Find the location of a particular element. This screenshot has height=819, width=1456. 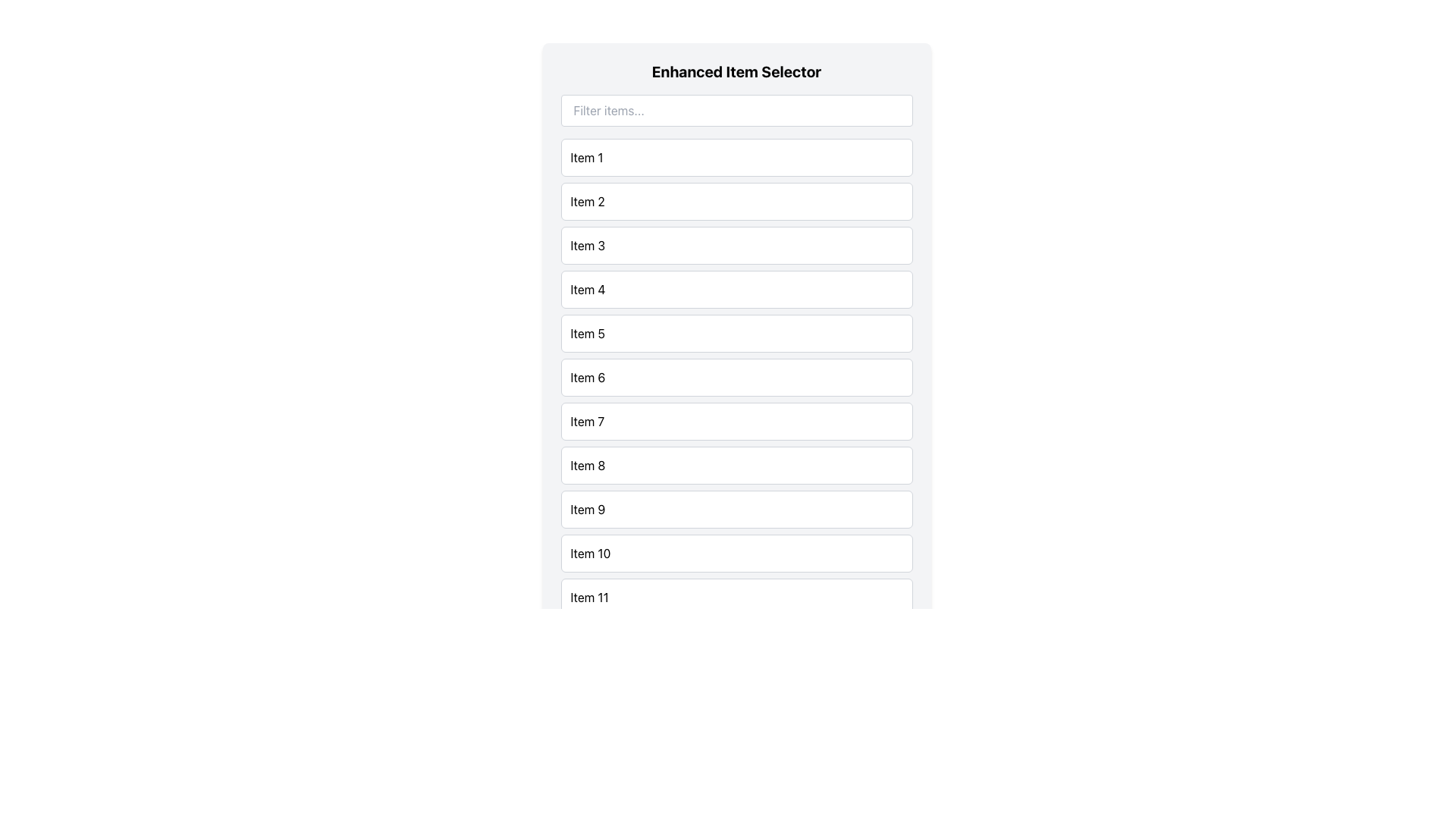

the eleventh item in a vertical list that represents a selectable button-like item, which is part of a form or selector interface is located at coordinates (736, 596).